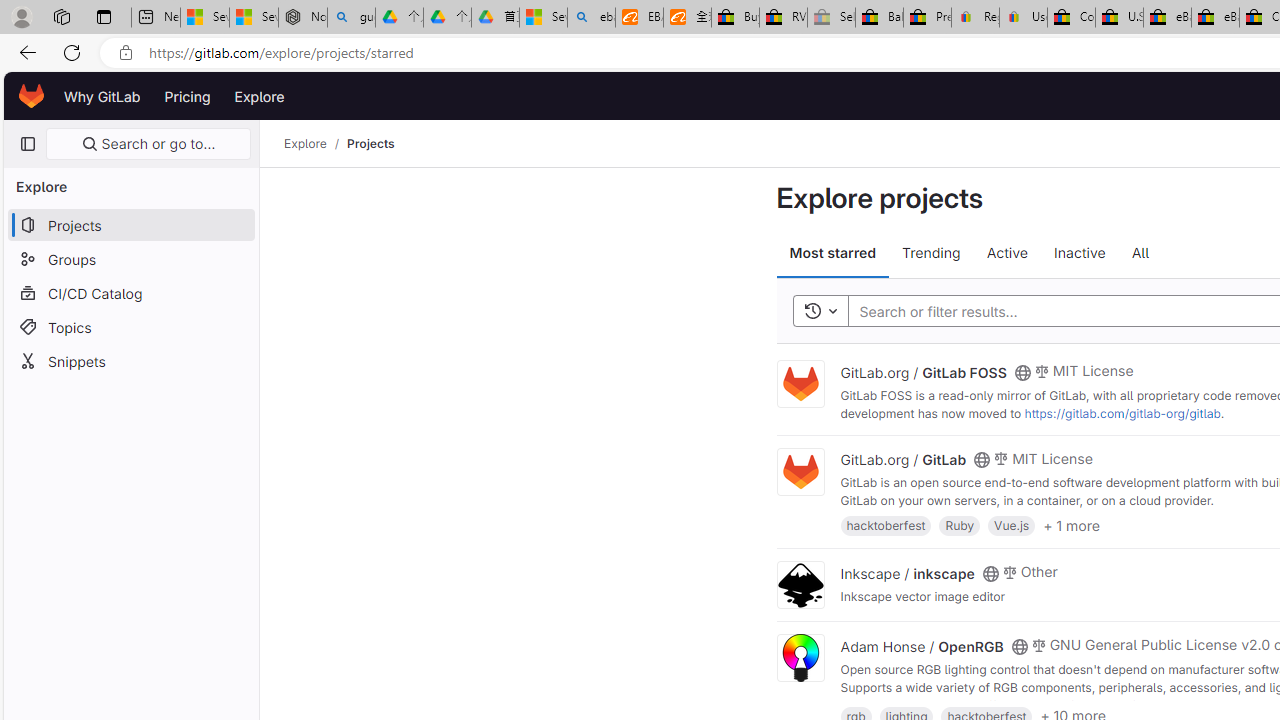  What do you see at coordinates (187, 96) in the screenshot?
I see `'Pricing'` at bounding box center [187, 96].